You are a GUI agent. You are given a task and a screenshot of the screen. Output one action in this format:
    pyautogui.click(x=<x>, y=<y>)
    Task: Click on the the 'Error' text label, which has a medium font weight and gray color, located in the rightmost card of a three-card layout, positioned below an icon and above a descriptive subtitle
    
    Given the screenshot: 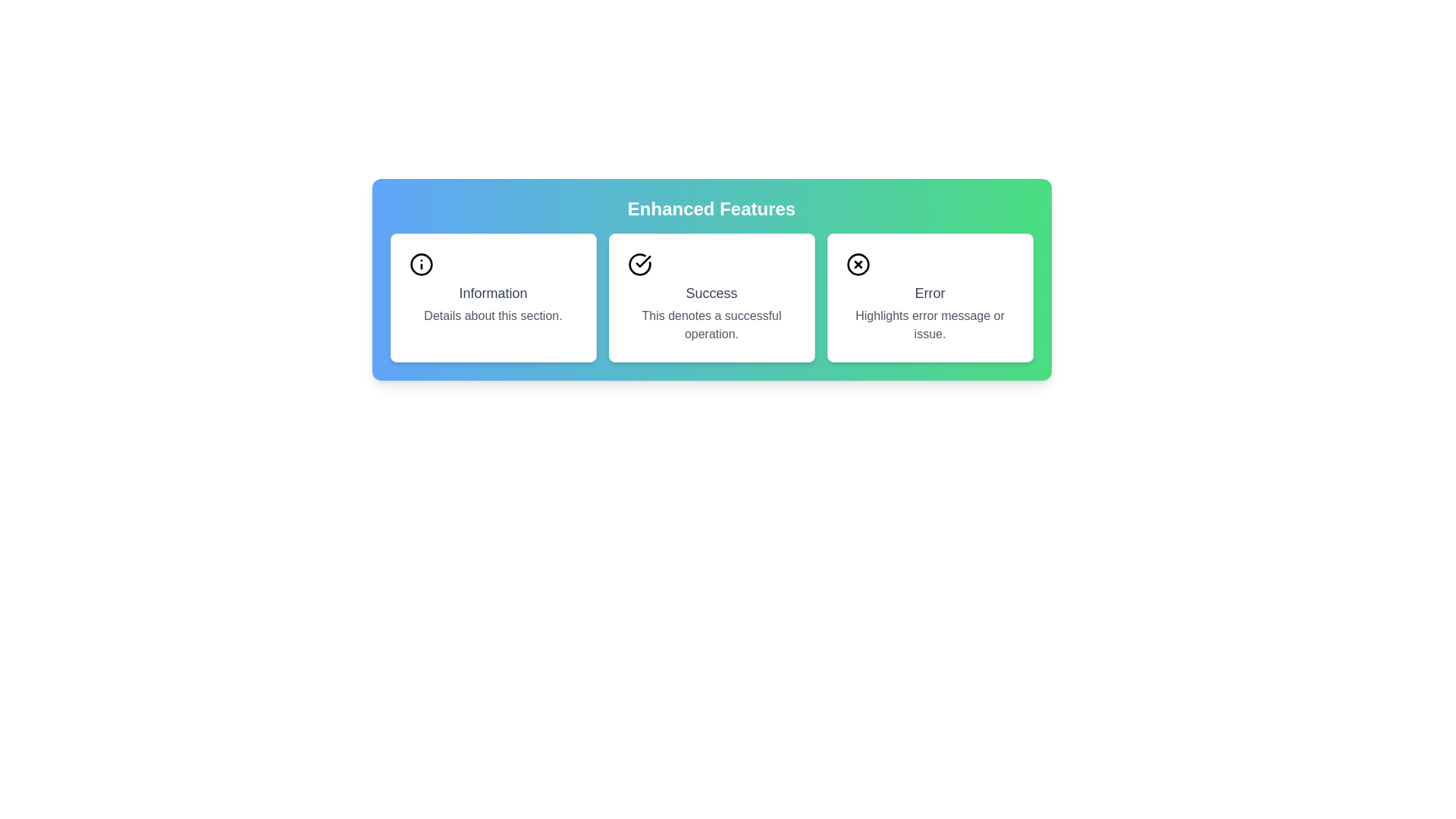 What is the action you would take?
    pyautogui.click(x=929, y=293)
    